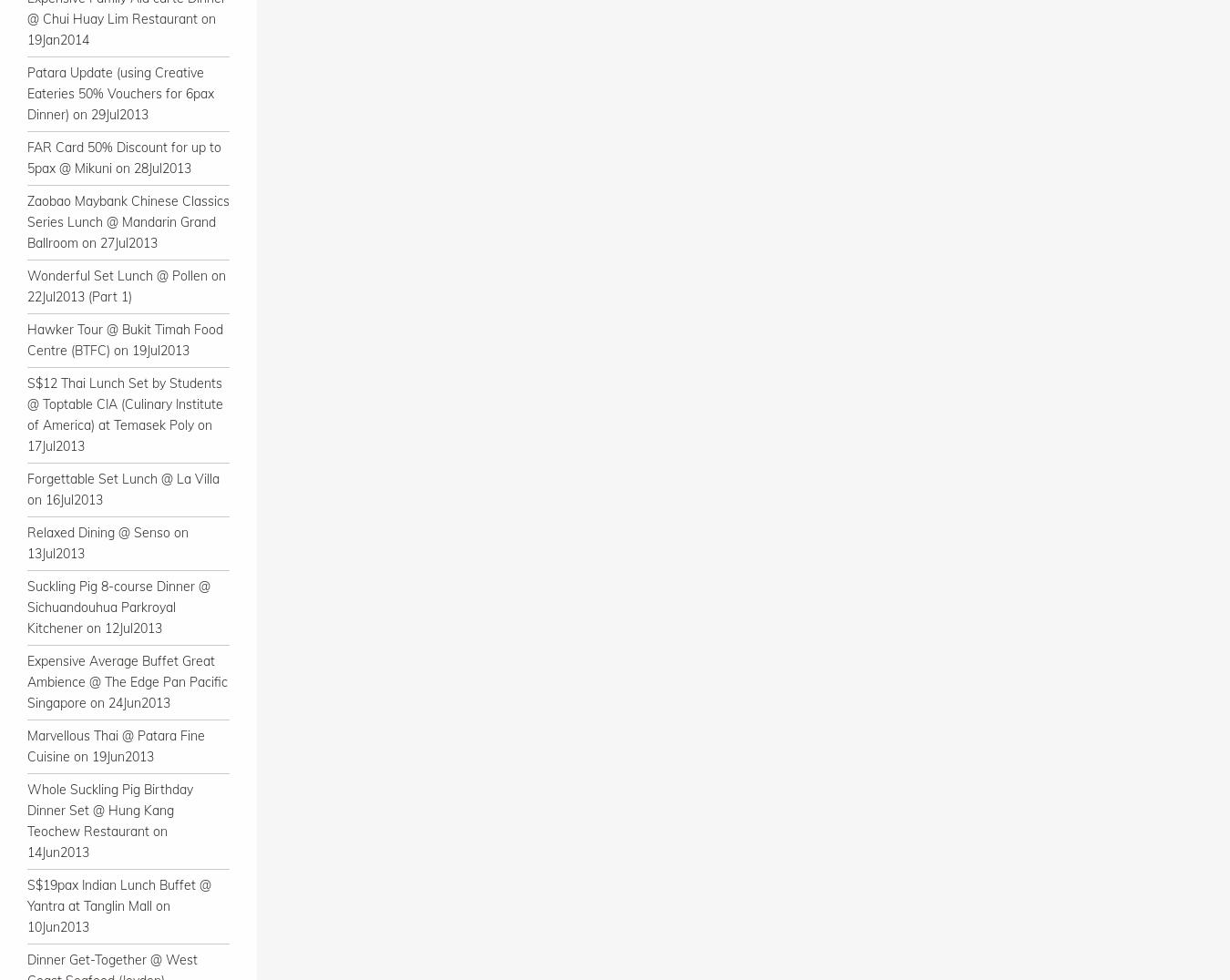  I want to click on 'Suckling Pig 8-course Dinner @ Sichuandouhua Parkroyal Kitchener on 12Jul2013', so click(118, 607).